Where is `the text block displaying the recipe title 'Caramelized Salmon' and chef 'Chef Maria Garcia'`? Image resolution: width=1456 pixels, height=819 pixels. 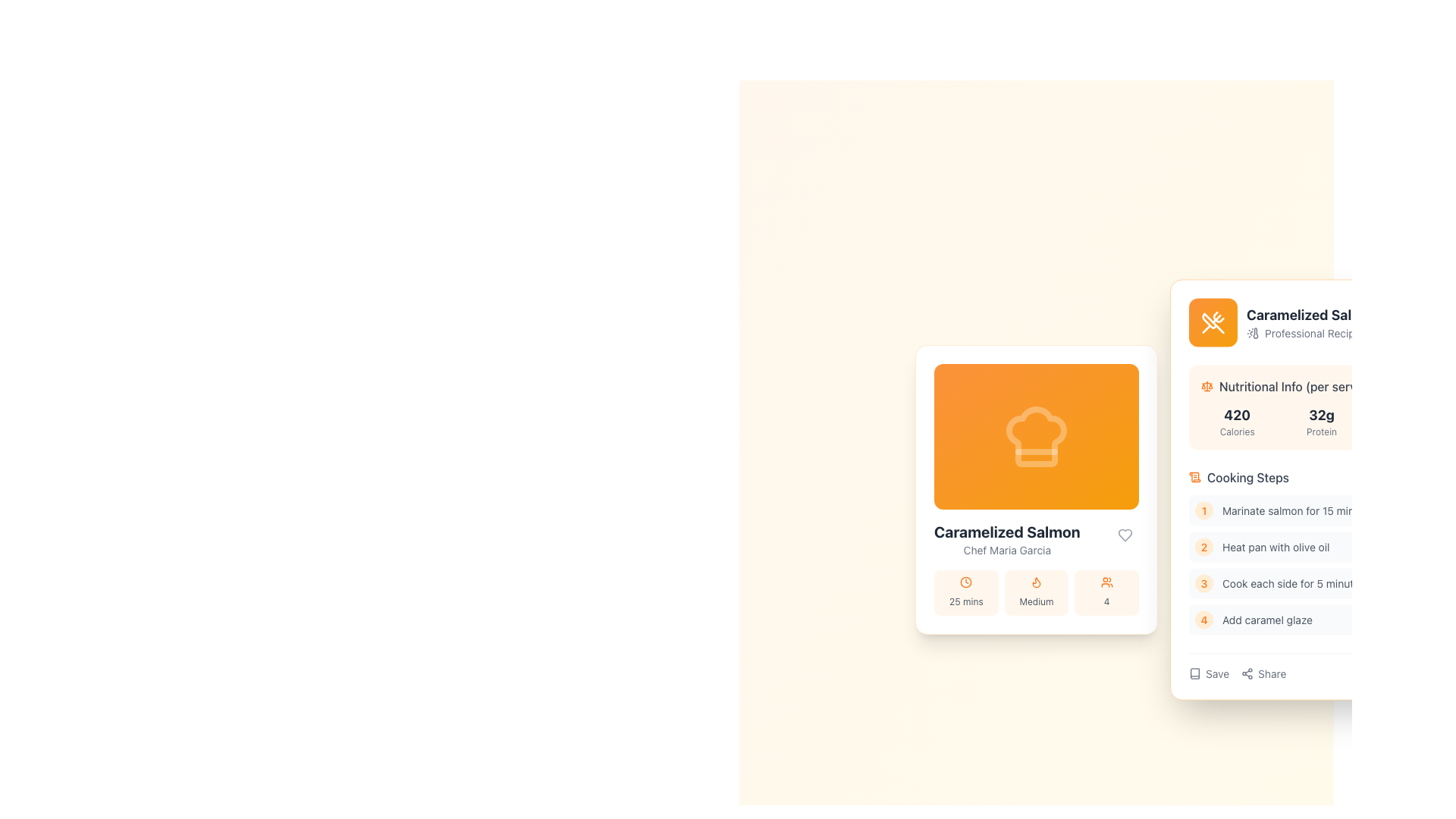 the text block displaying the recipe title 'Caramelized Salmon' and chef 'Chef Maria Garcia' is located at coordinates (1007, 539).